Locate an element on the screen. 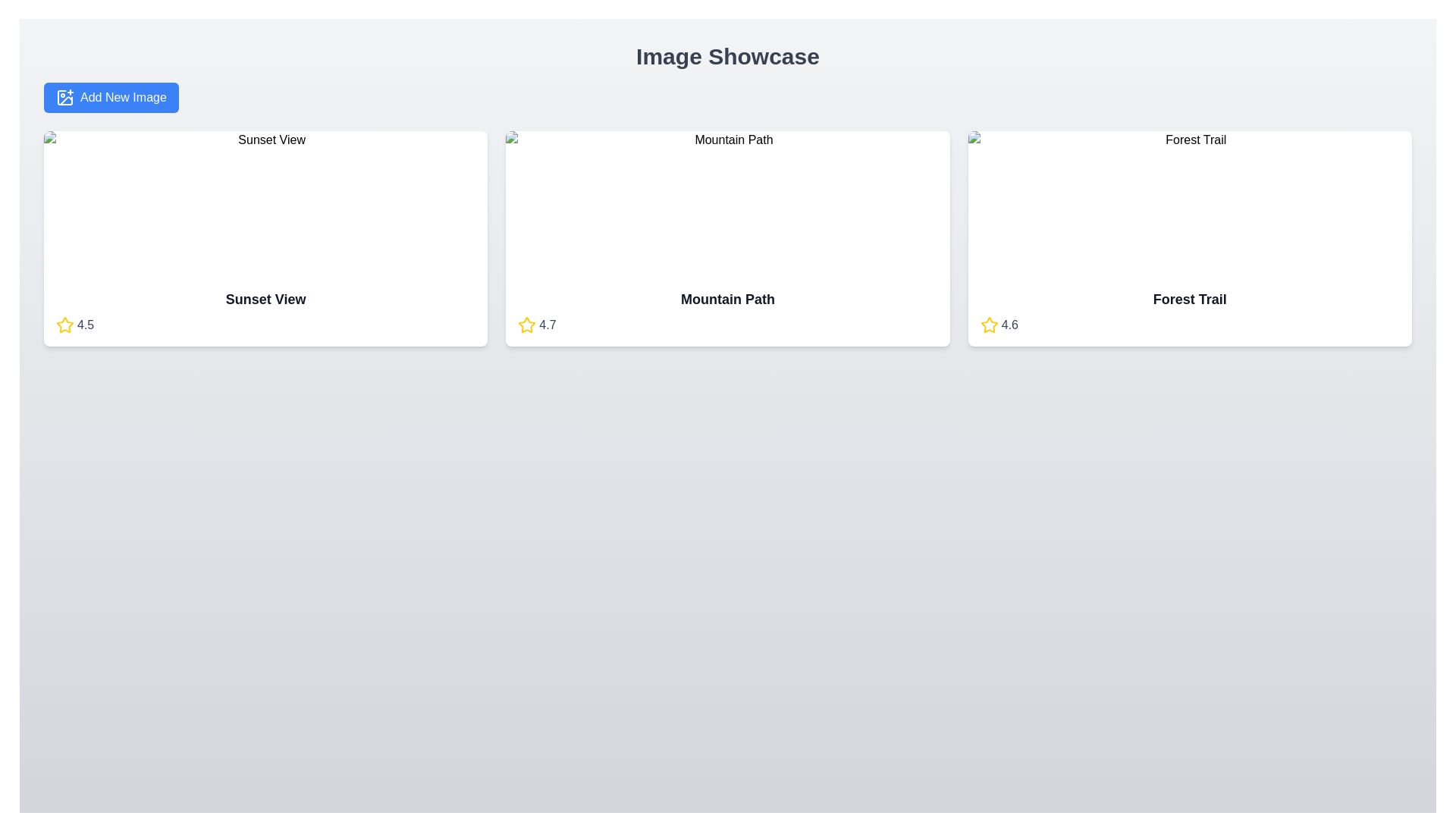 Image resolution: width=1456 pixels, height=819 pixels. the icon located on the left side of the 'Add New Image' button, positioned in the upper-left corner of the interface is located at coordinates (64, 97).